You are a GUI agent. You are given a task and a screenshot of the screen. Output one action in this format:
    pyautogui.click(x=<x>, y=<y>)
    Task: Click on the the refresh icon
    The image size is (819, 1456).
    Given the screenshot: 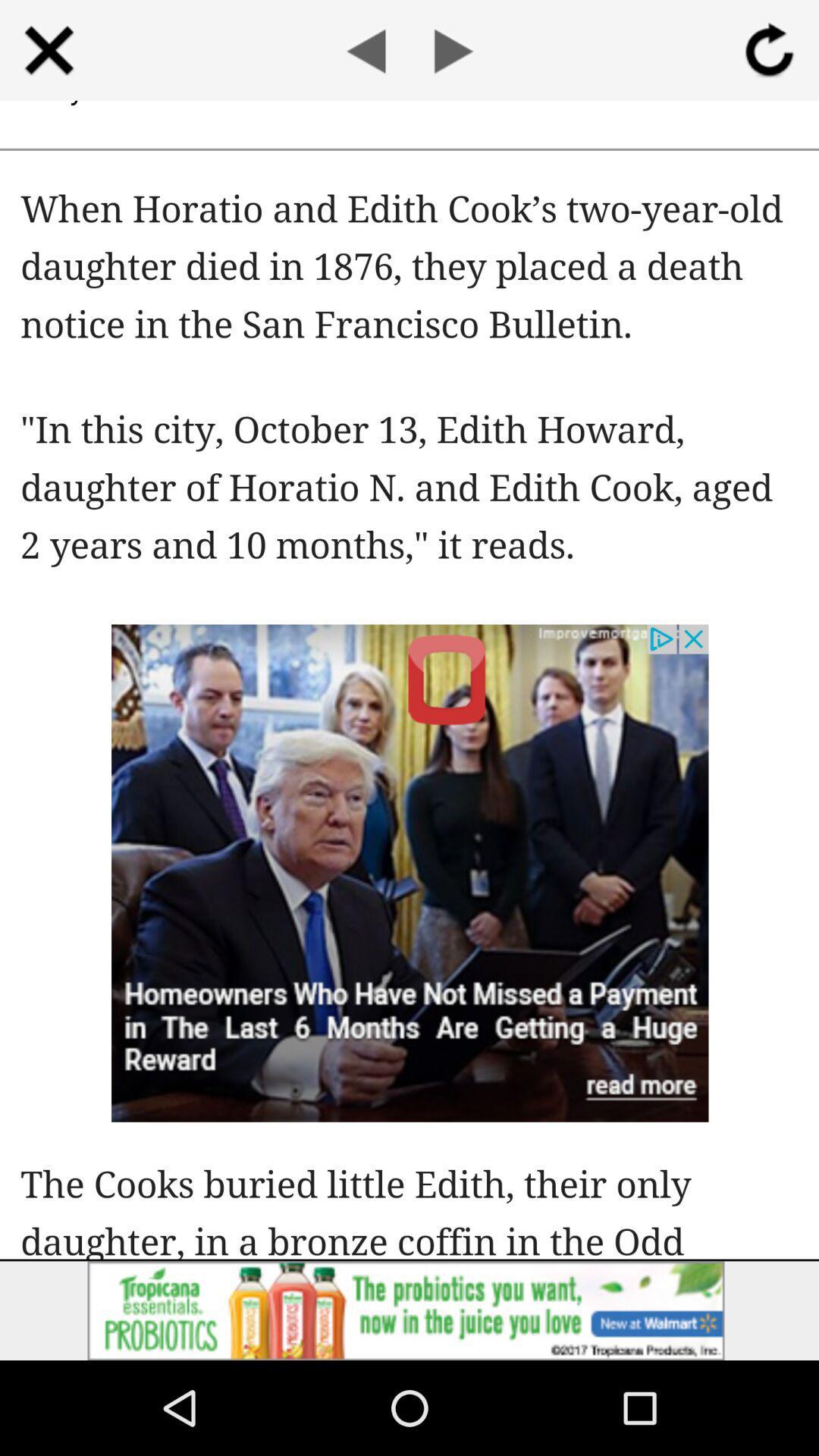 What is the action you would take?
    pyautogui.click(x=770, y=53)
    